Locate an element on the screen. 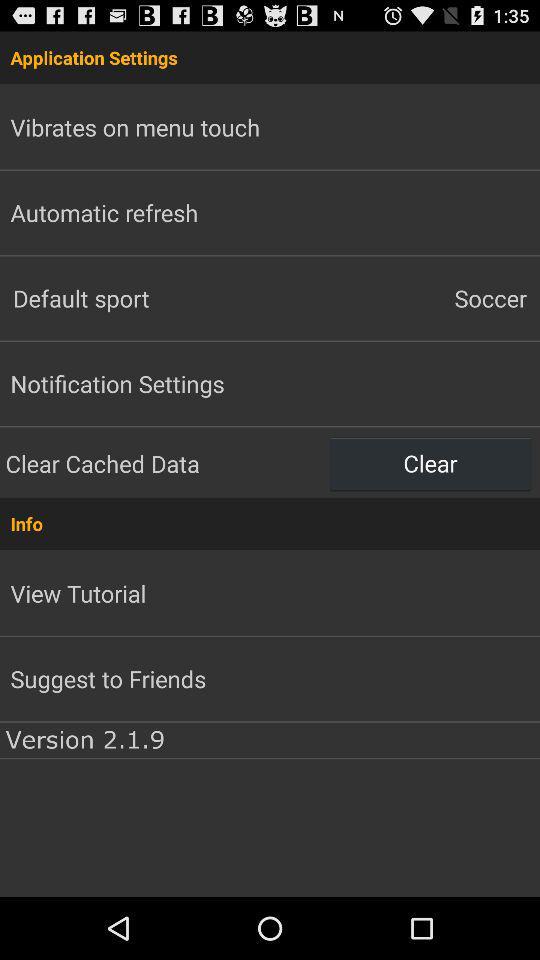  item to the left of soccer is located at coordinates (135, 297).